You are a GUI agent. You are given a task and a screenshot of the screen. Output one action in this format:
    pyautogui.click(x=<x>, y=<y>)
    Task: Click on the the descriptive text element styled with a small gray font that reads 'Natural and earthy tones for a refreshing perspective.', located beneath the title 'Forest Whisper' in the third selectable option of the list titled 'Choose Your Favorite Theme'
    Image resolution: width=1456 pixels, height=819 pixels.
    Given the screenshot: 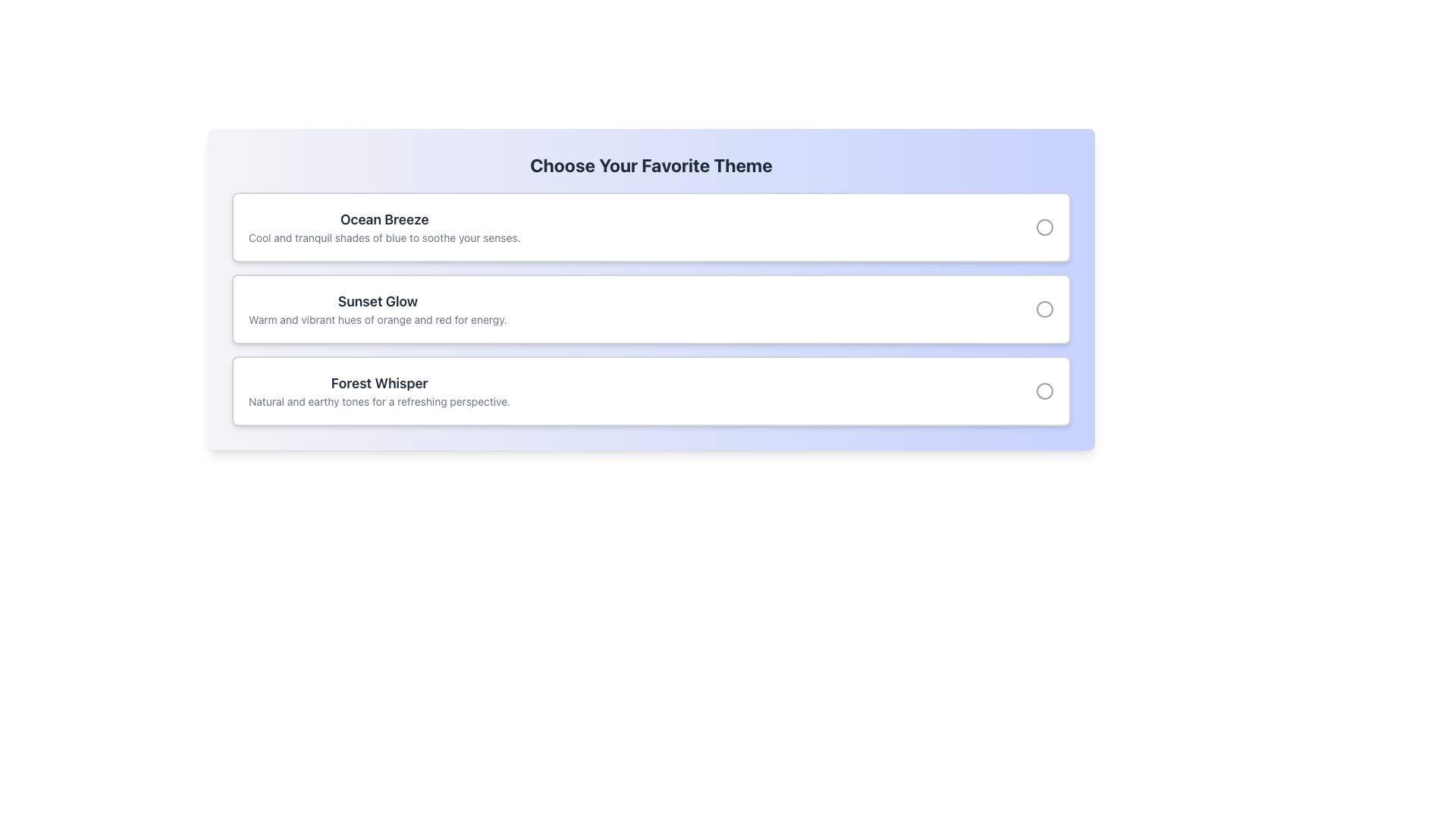 What is the action you would take?
    pyautogui.click(x=379, y=400)
    